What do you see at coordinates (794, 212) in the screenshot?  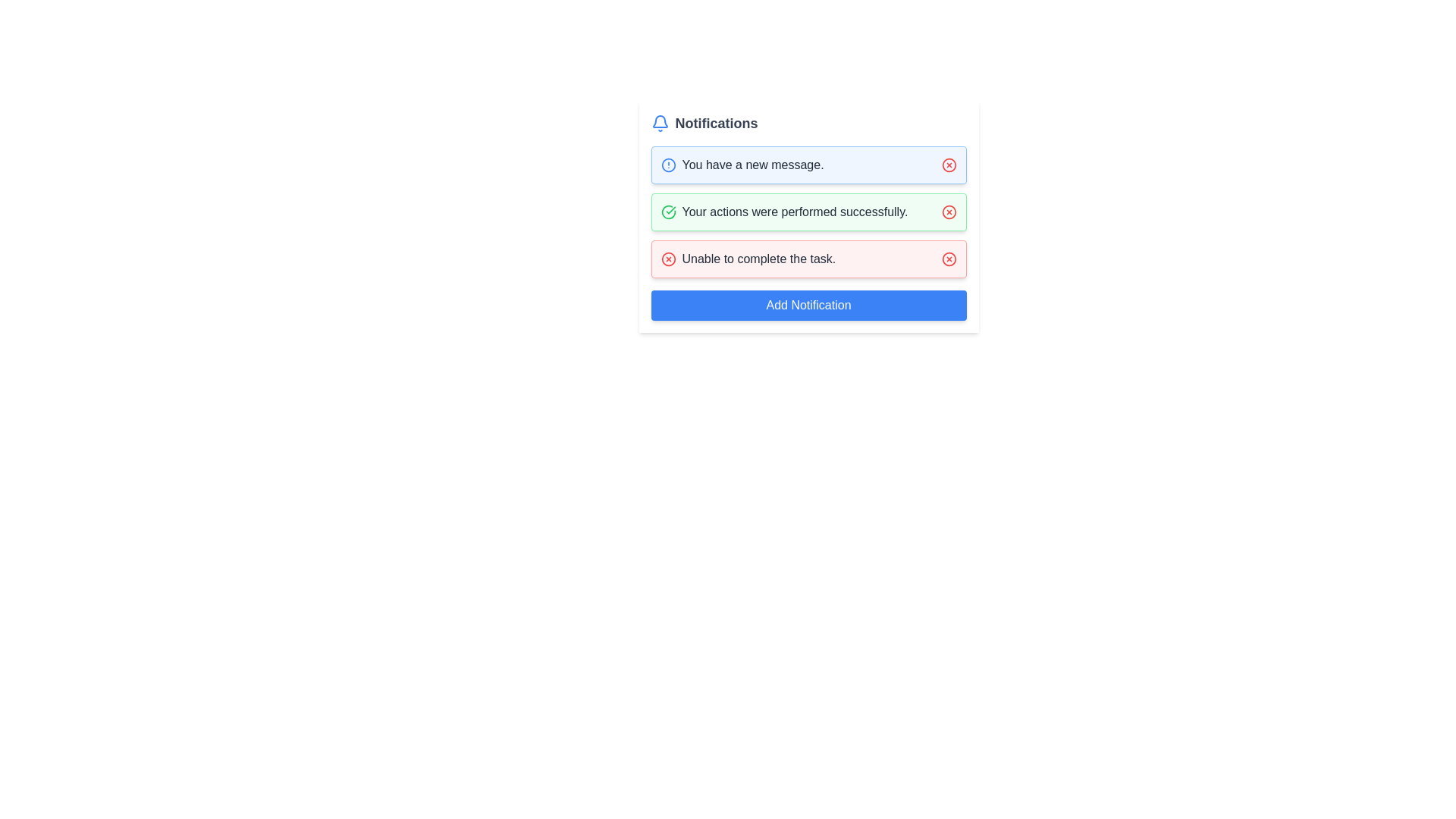 I see `the second notification in the list, which is a Text Label with a green background and a check icon to the left, indicating successful action execution` at bounding box center [794, 212].